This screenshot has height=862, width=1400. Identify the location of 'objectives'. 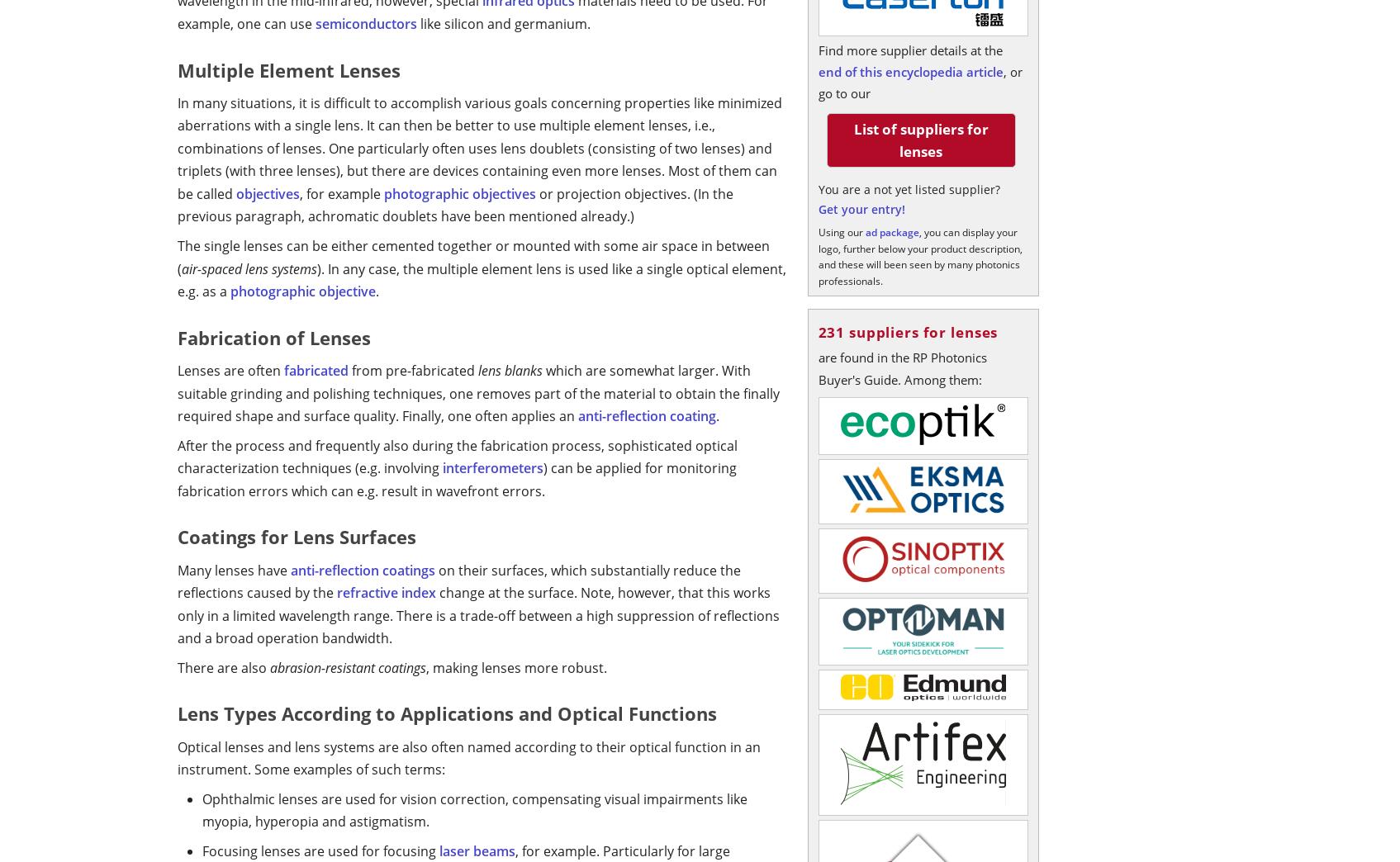
(268, 192).